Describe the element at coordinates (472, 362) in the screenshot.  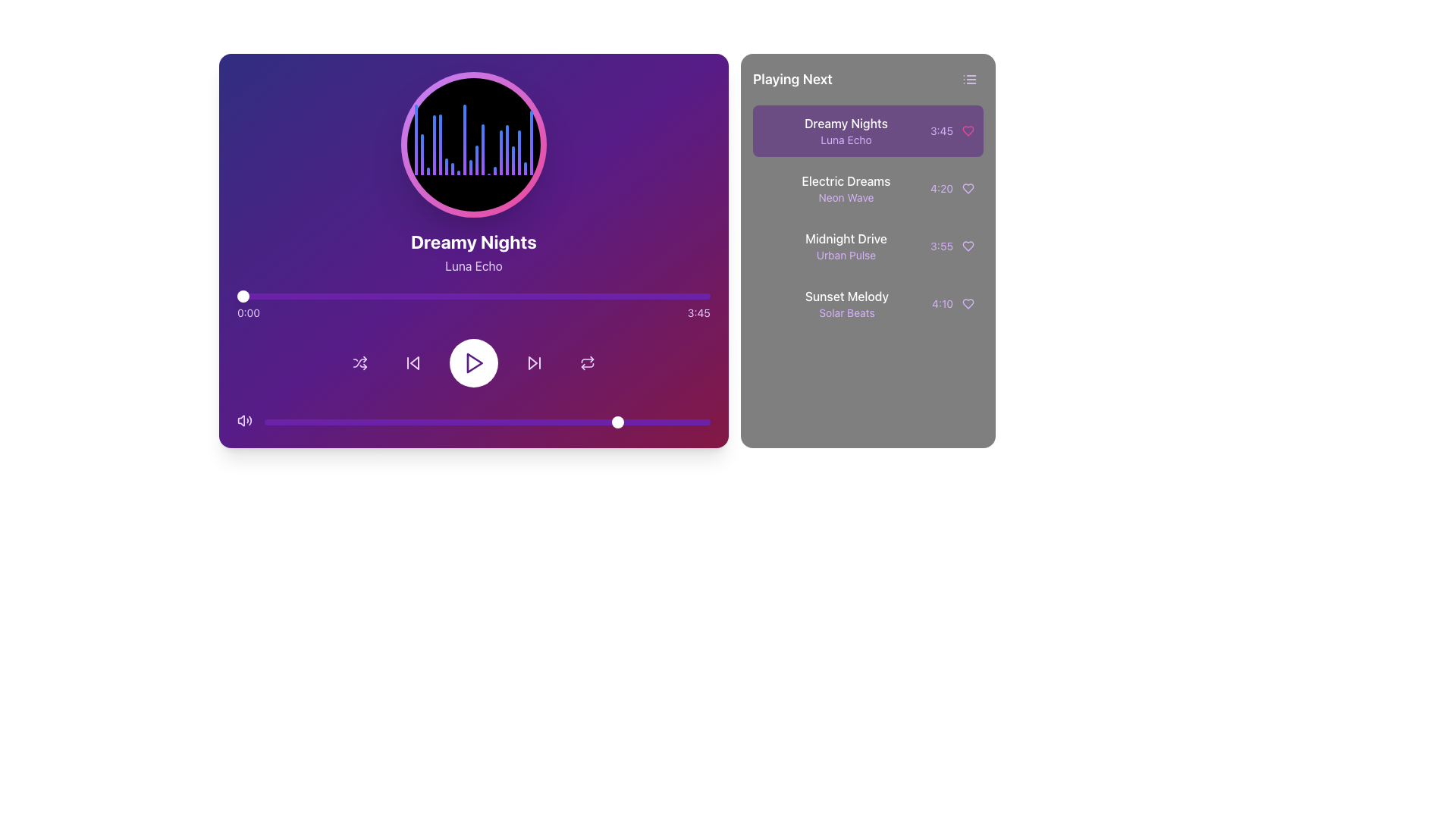
I see `the circular button with a white background and purple border that contains a purple play icon, located centrally in the controls section of the media player` at that location.